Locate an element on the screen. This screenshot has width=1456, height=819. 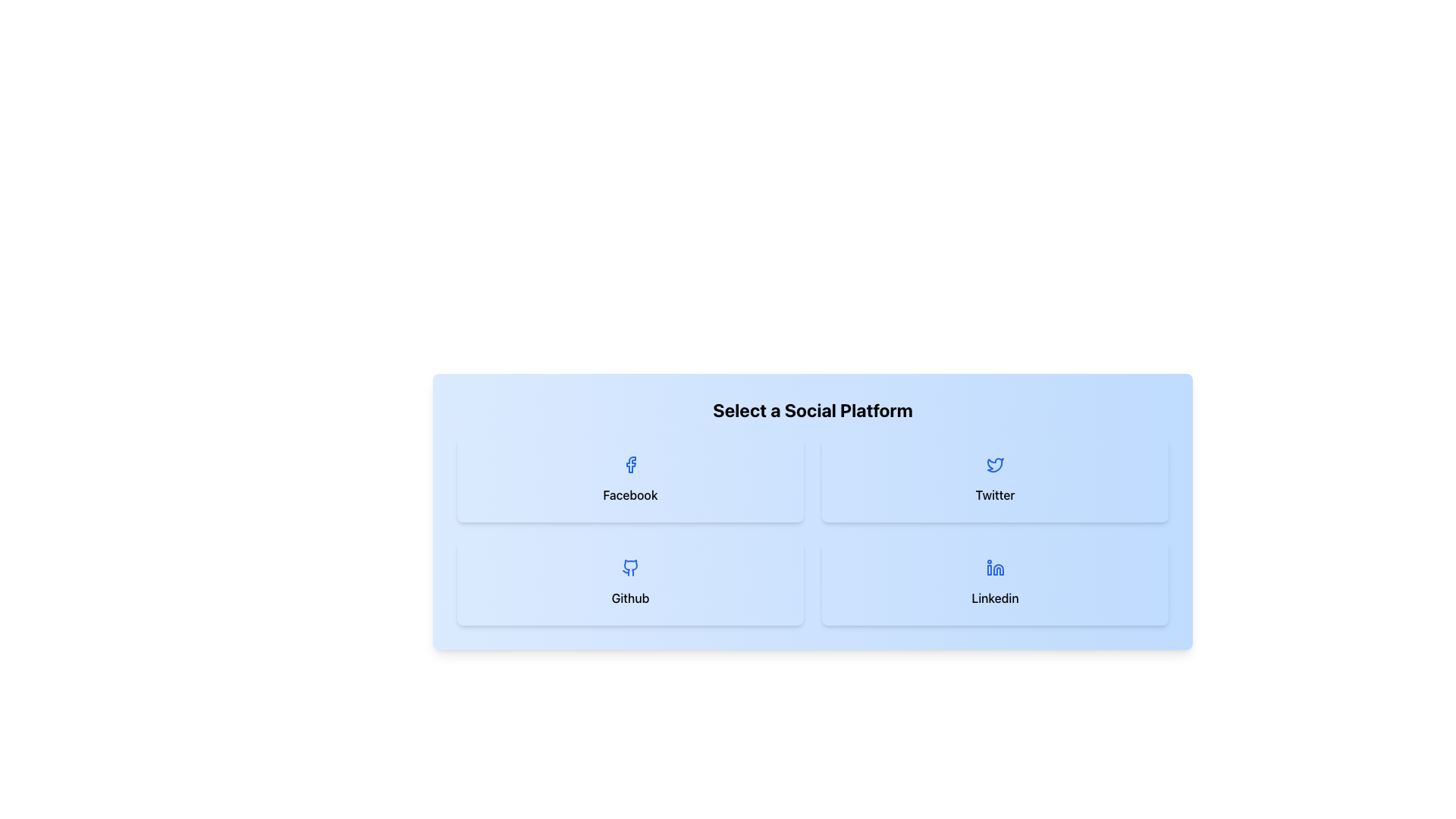
the GitHub selection card located in the lower-left quadrant of the social media platform selection grid is located at coordinates (630, 582).